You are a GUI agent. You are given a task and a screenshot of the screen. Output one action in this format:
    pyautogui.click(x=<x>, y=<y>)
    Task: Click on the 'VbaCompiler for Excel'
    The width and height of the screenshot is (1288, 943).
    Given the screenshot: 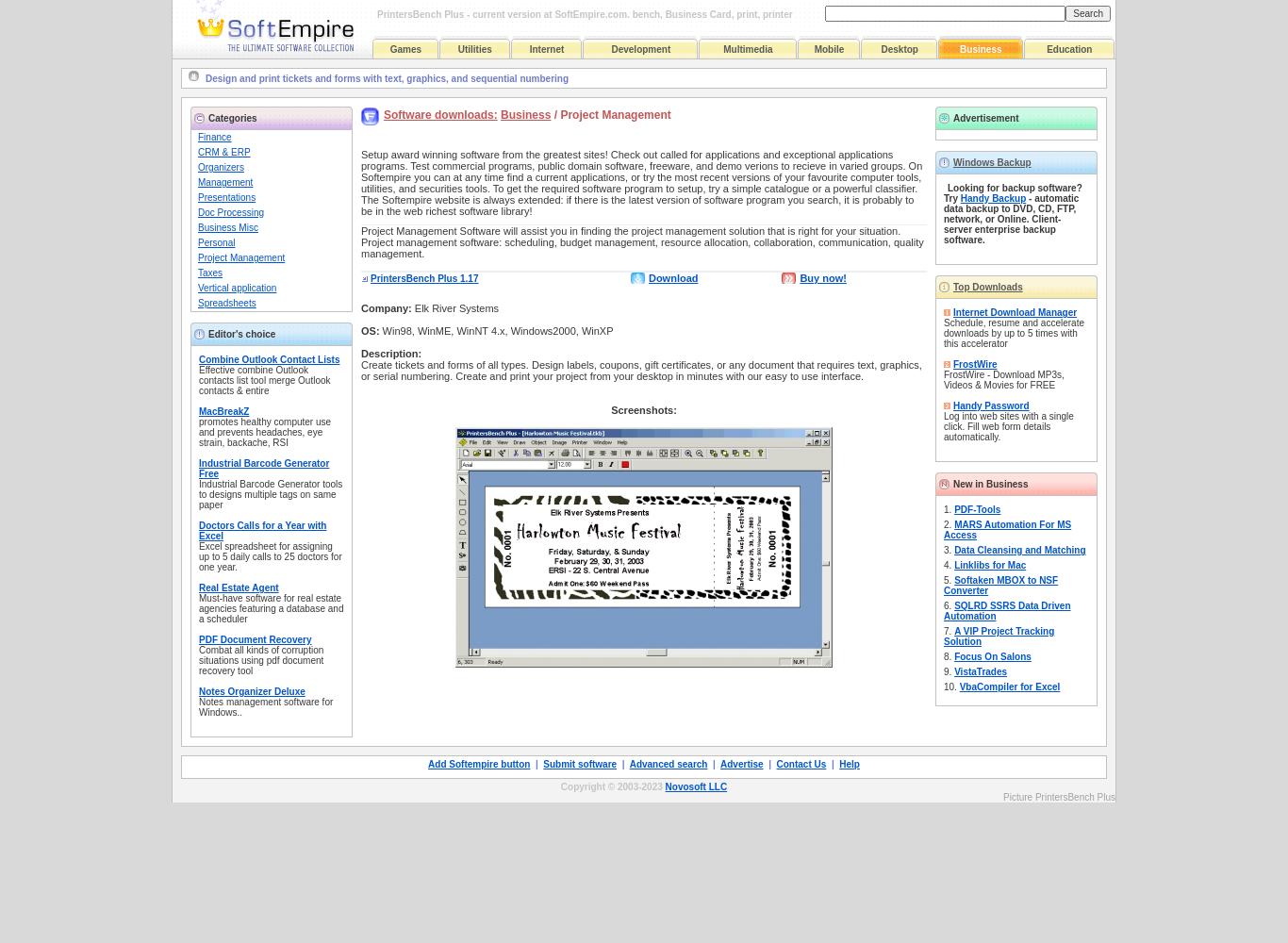 What is the action you would take?
    pyautogui.click(x=1008, y=686)
    